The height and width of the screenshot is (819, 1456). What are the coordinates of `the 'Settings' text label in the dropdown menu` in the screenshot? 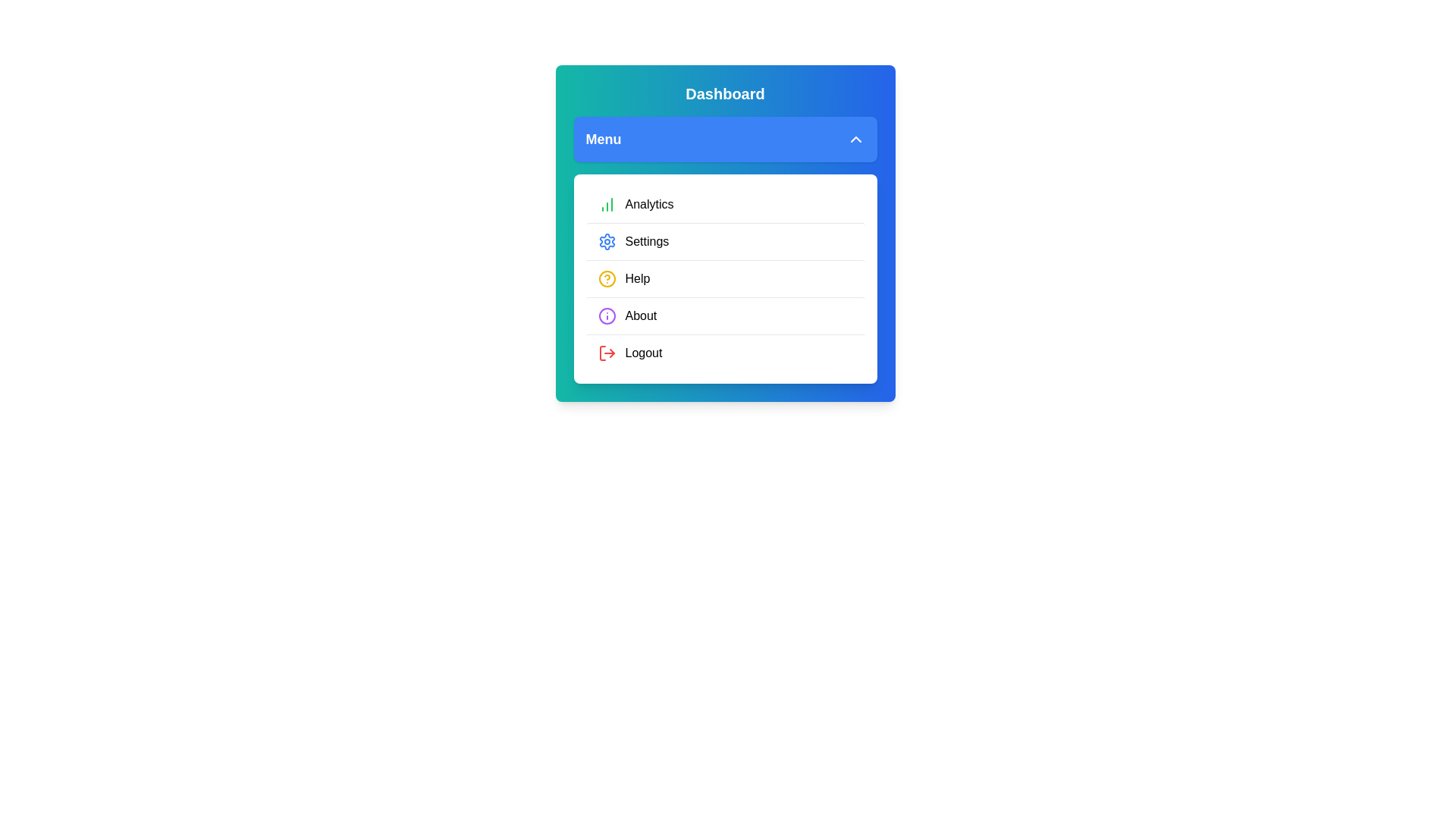 It's located at (647, 241).